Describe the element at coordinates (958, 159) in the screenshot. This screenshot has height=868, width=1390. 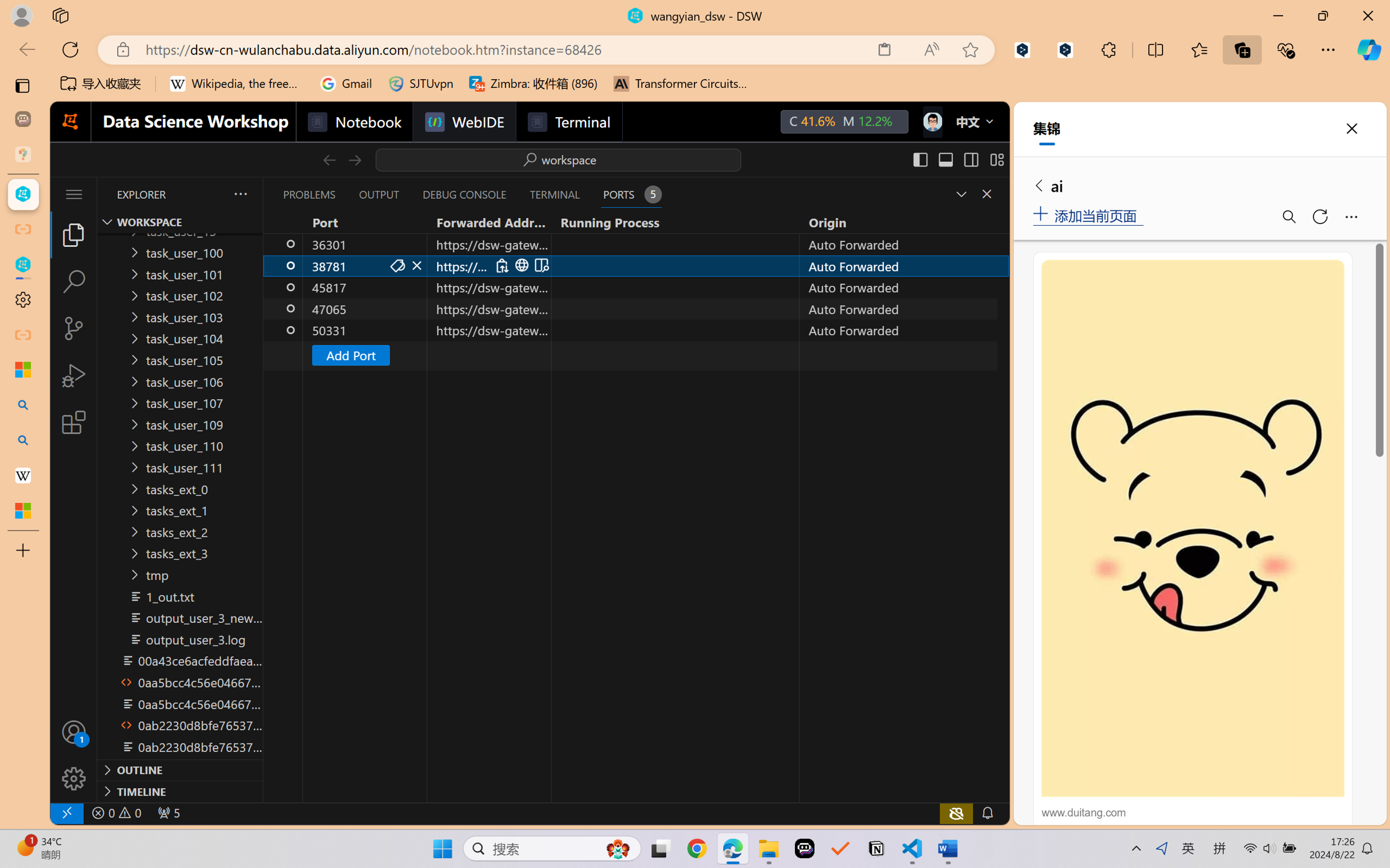
I see `'Title actions'` at that location.